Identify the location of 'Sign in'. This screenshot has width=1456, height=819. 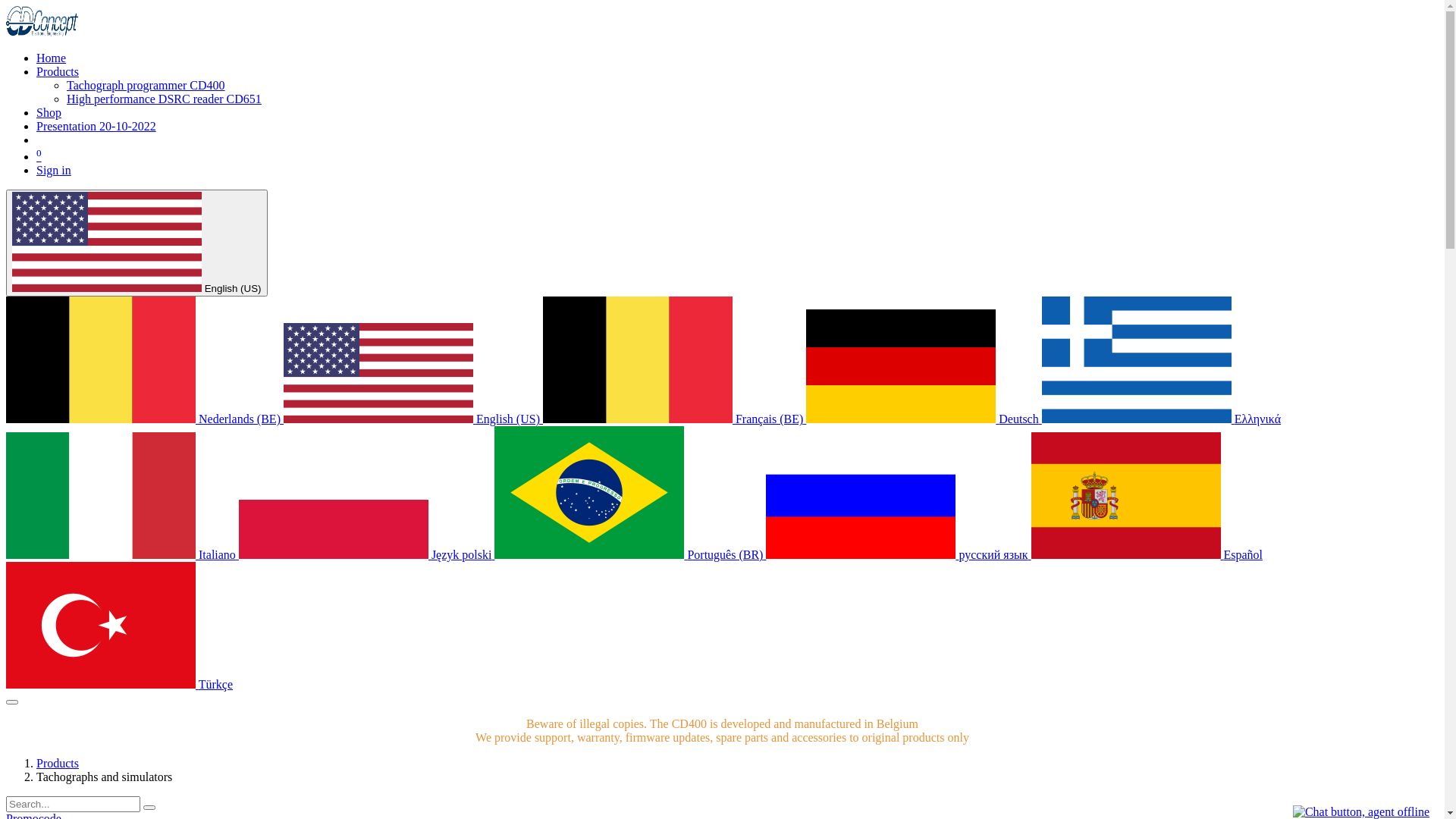
(36, 170).